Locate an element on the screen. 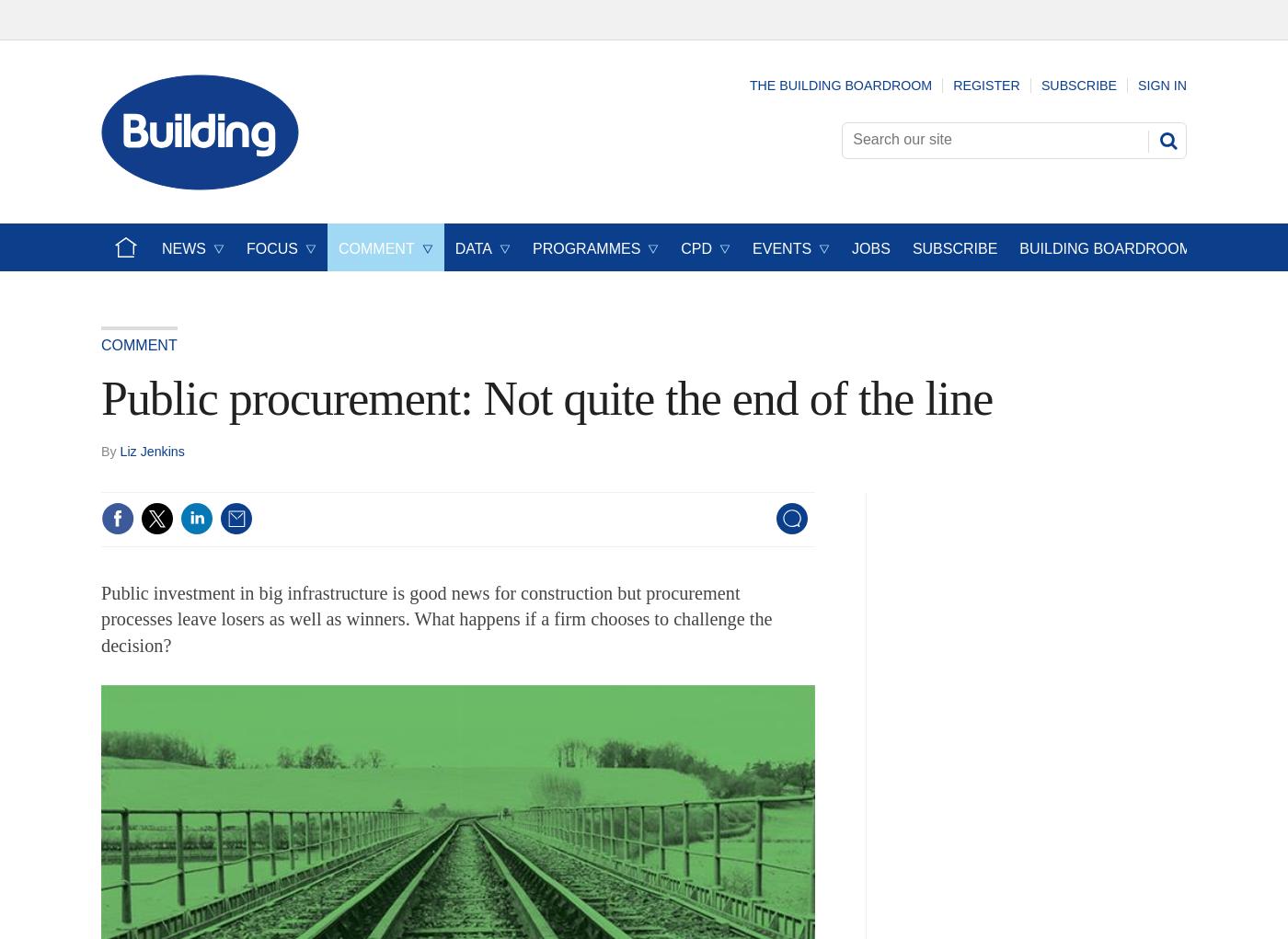  'Public investment in big infrastructure is good news for construction but procurement processes leave losers as well as winners. What happens if a firm chooses to challenge the decision?' is located at coordinates (436, 619).